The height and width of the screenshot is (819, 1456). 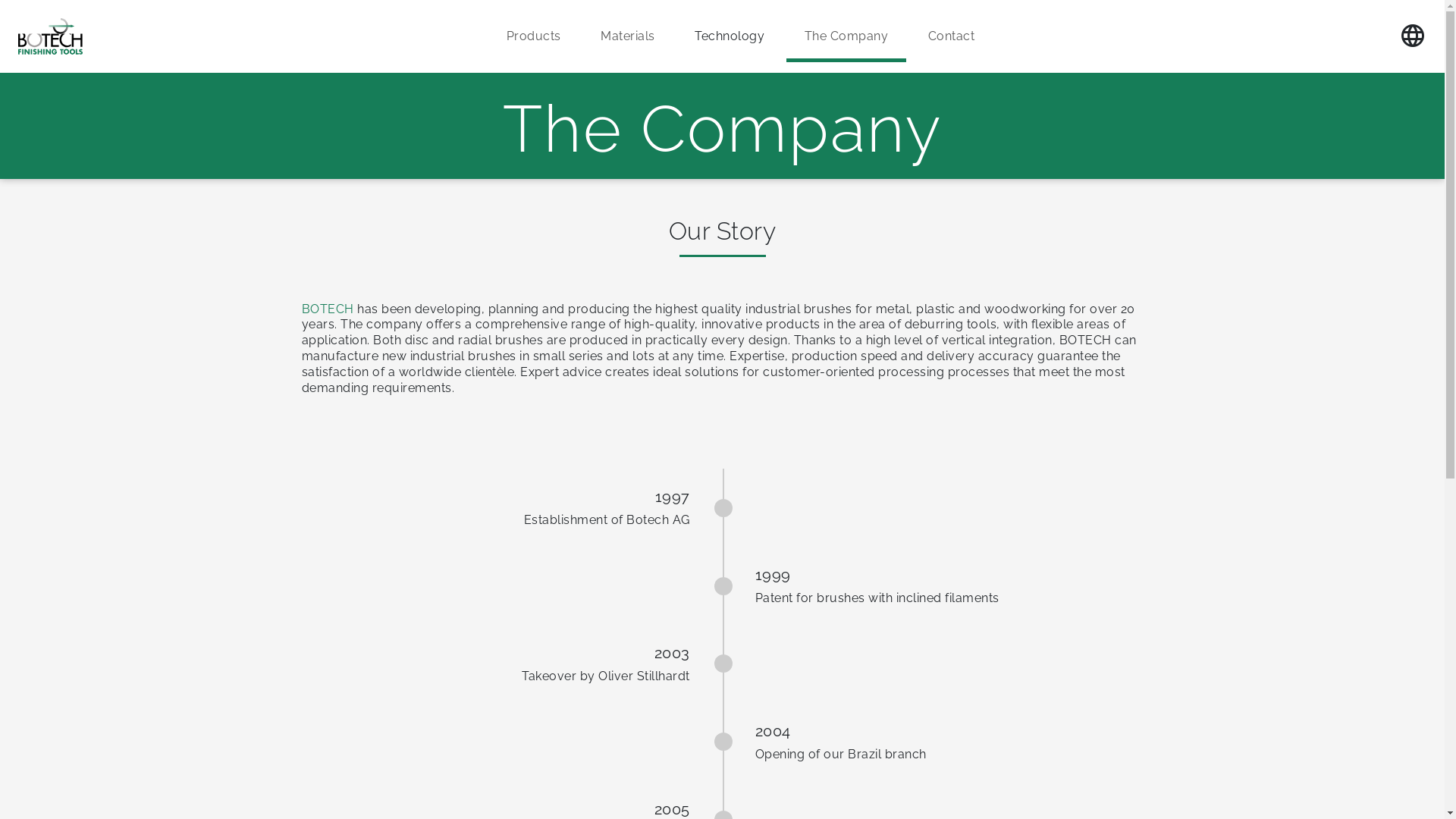 What do you see at coordinates (950, 36) in the screenshot?
I see `'Contact'` at bounding box center [950, 36].